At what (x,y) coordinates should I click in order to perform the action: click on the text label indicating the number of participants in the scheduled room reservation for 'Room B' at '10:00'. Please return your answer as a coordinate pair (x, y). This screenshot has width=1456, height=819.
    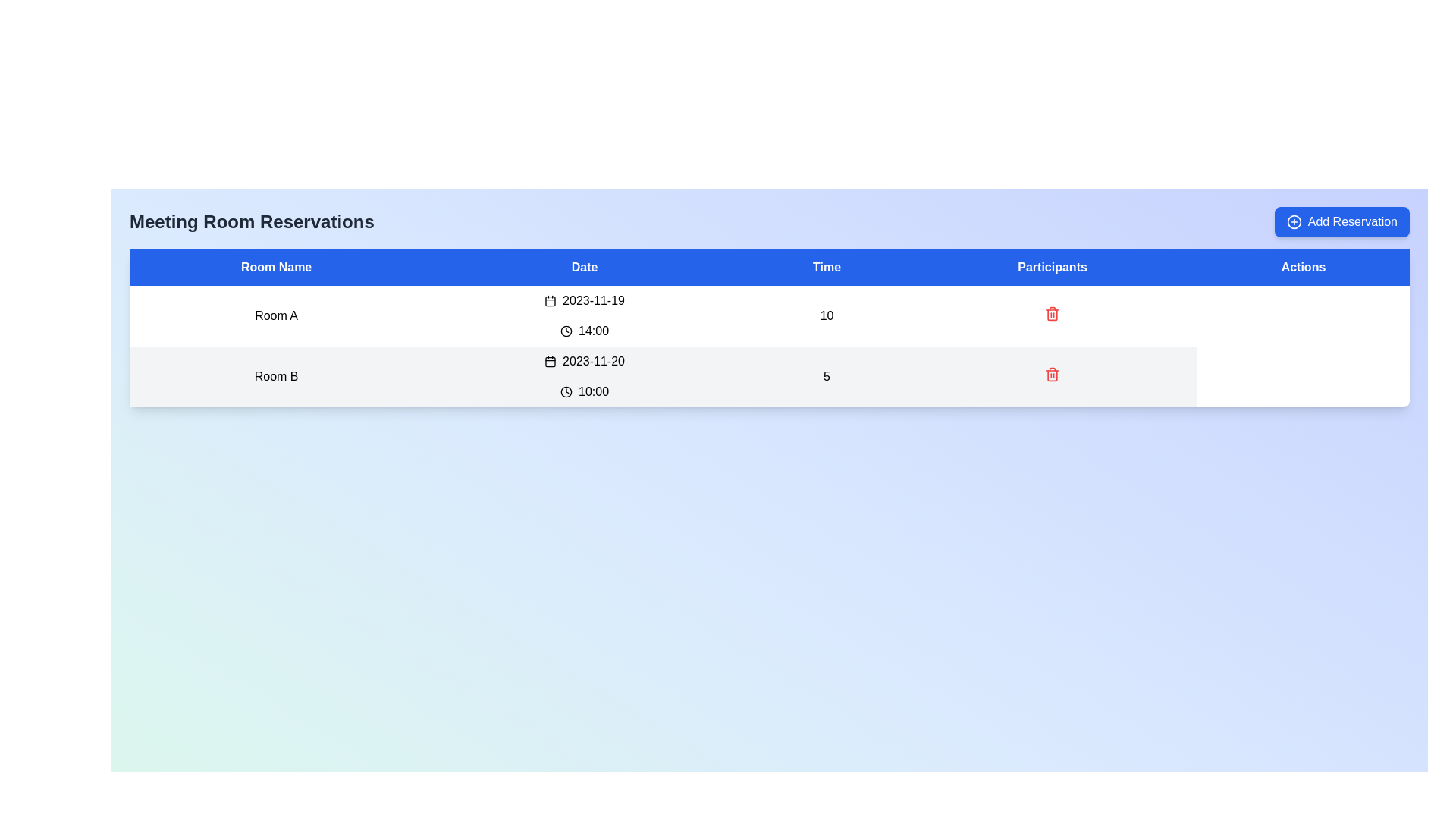
    Looking at the image, I should click on (826, 376).